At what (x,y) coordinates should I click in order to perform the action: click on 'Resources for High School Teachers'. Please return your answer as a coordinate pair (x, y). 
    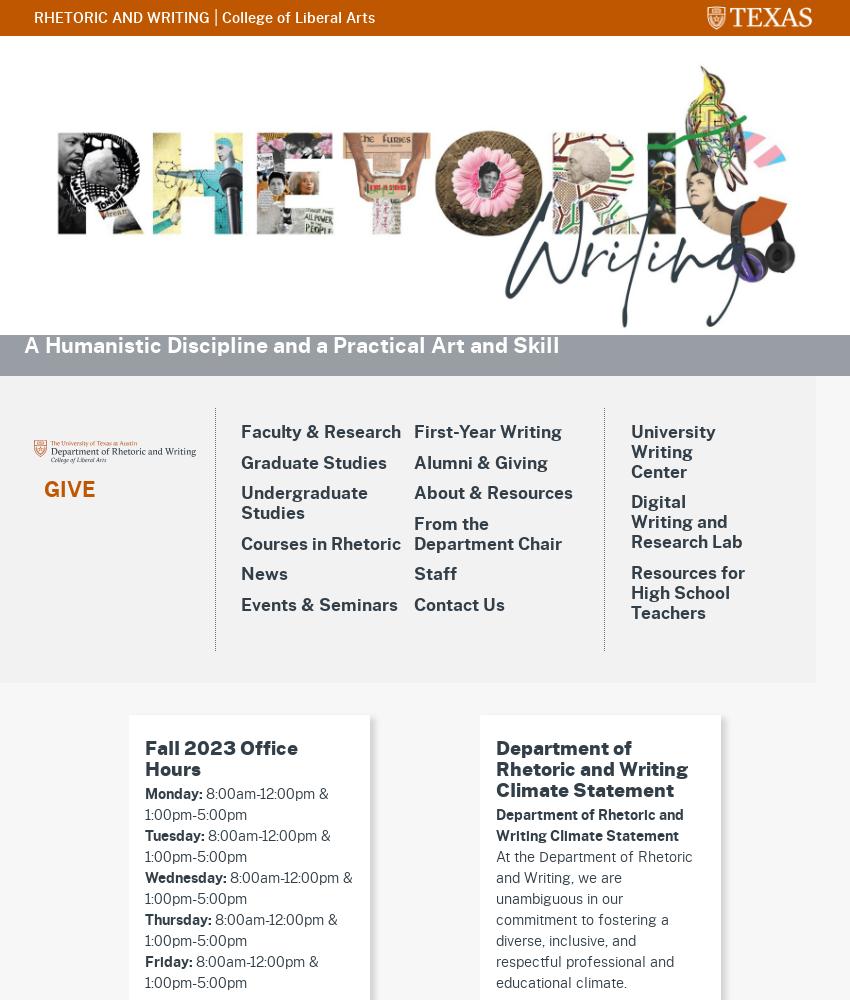
    Looking at the image, I should click on (629, 592).